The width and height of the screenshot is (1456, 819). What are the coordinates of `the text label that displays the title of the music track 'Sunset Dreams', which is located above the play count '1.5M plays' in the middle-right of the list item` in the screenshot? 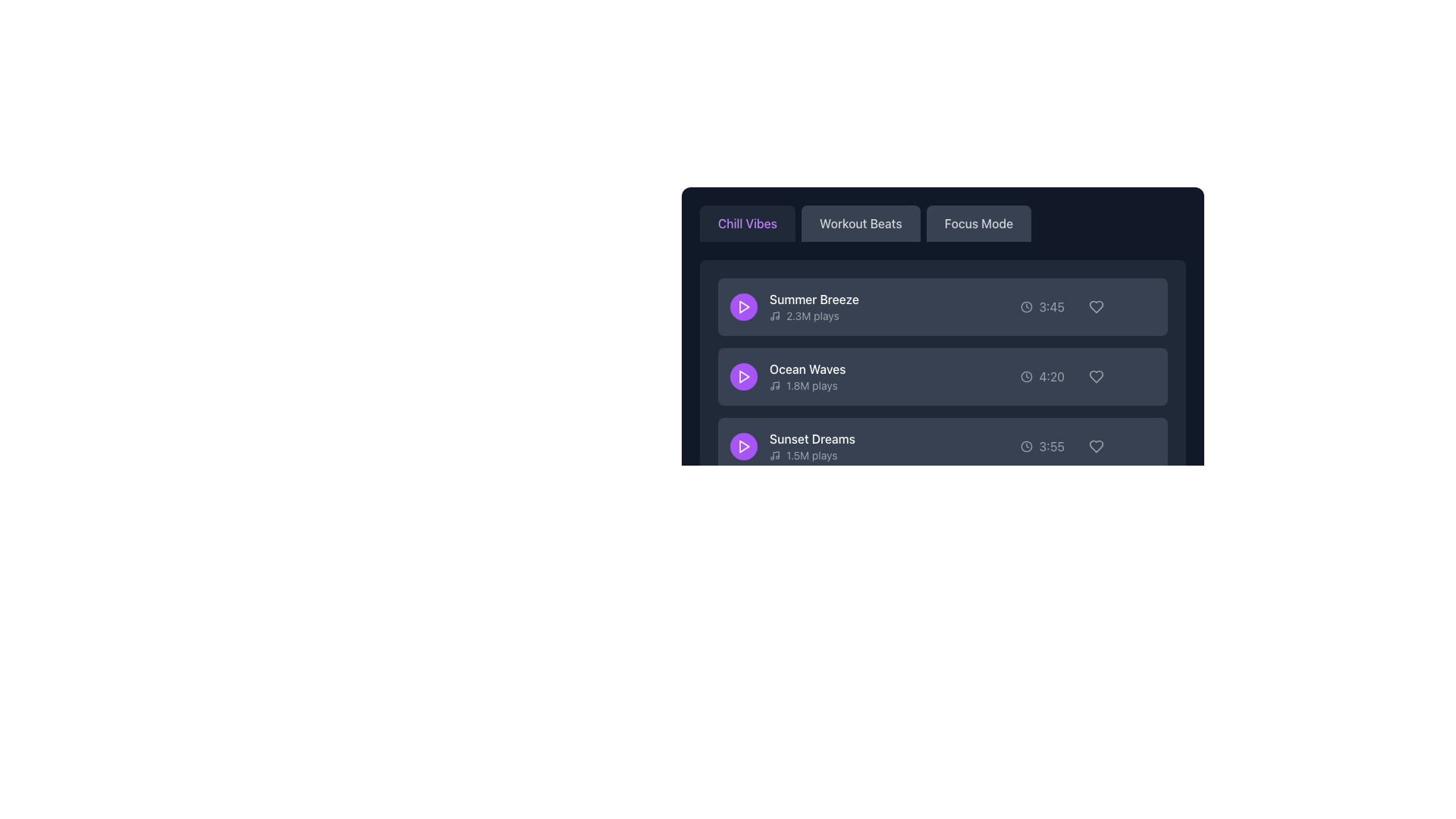 It's located at (811, 438).